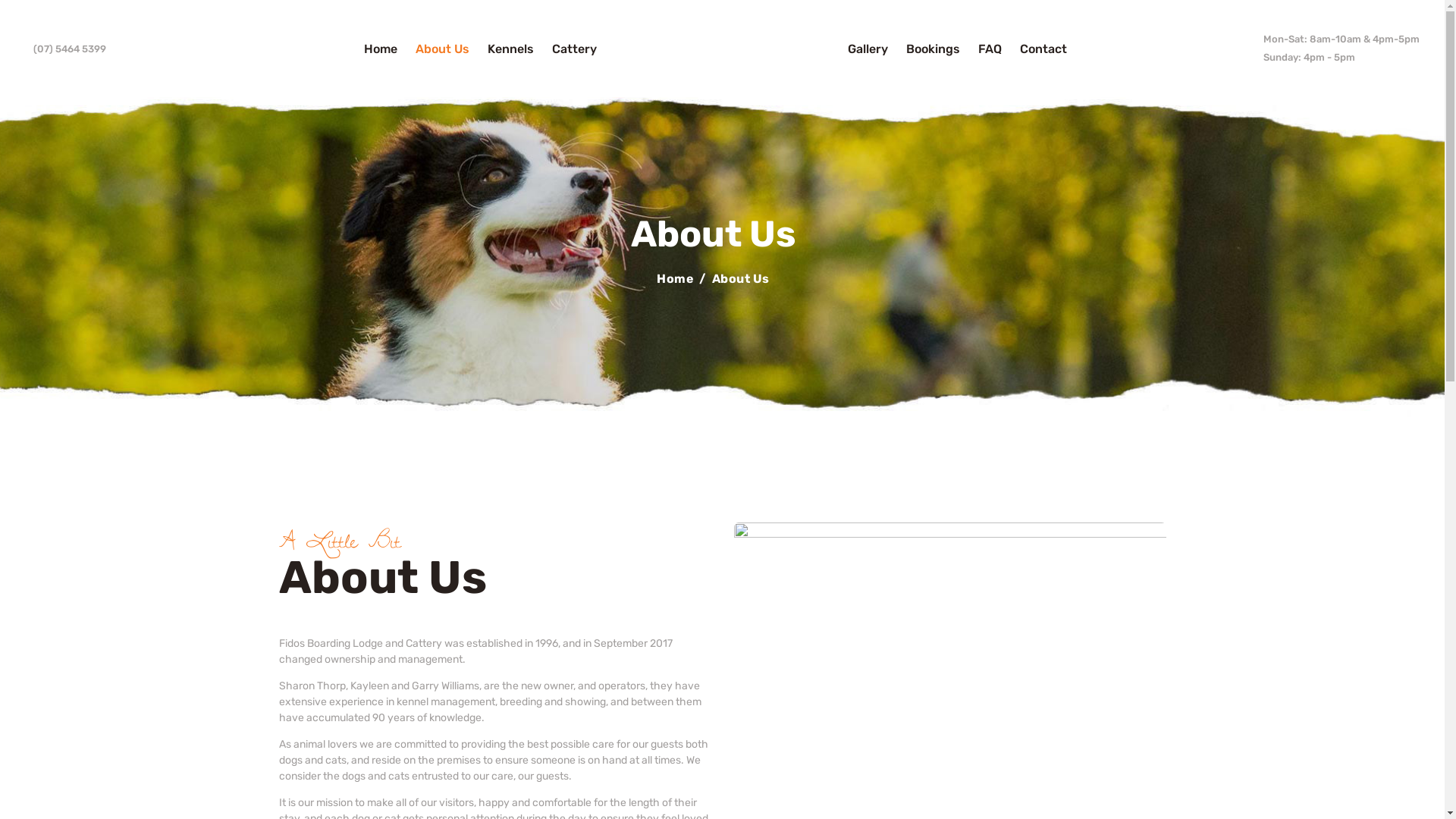  I want to click on 'FAQ', so click(990, 48).